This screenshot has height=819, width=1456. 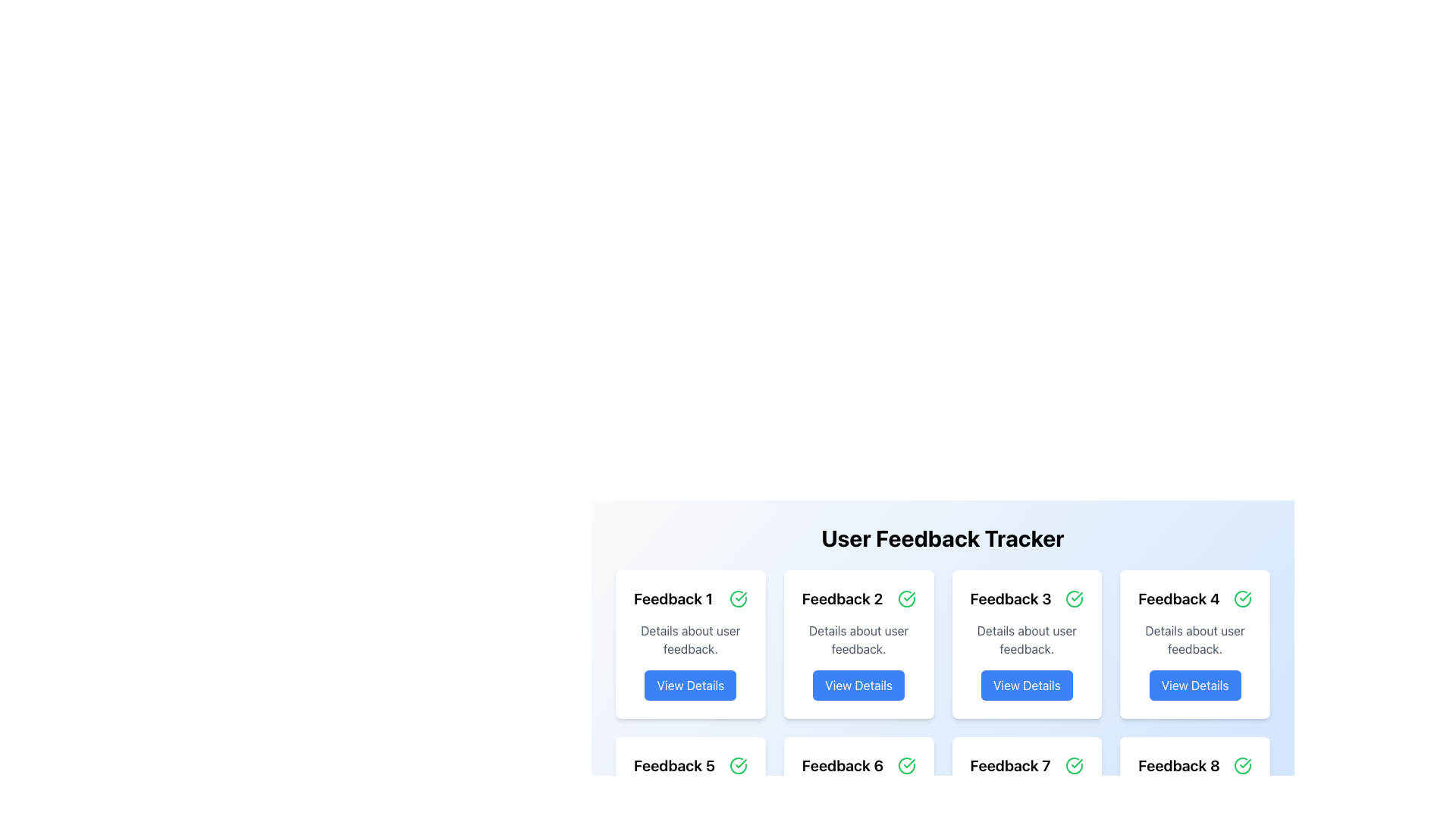 What do you see at coordinates (673, 598) in the screenshot?
I see `the 'Feedback 1' text label located in the top-left corner of the grid layout, which signifies a specific feedback entry` at bounding box center [673, 598].